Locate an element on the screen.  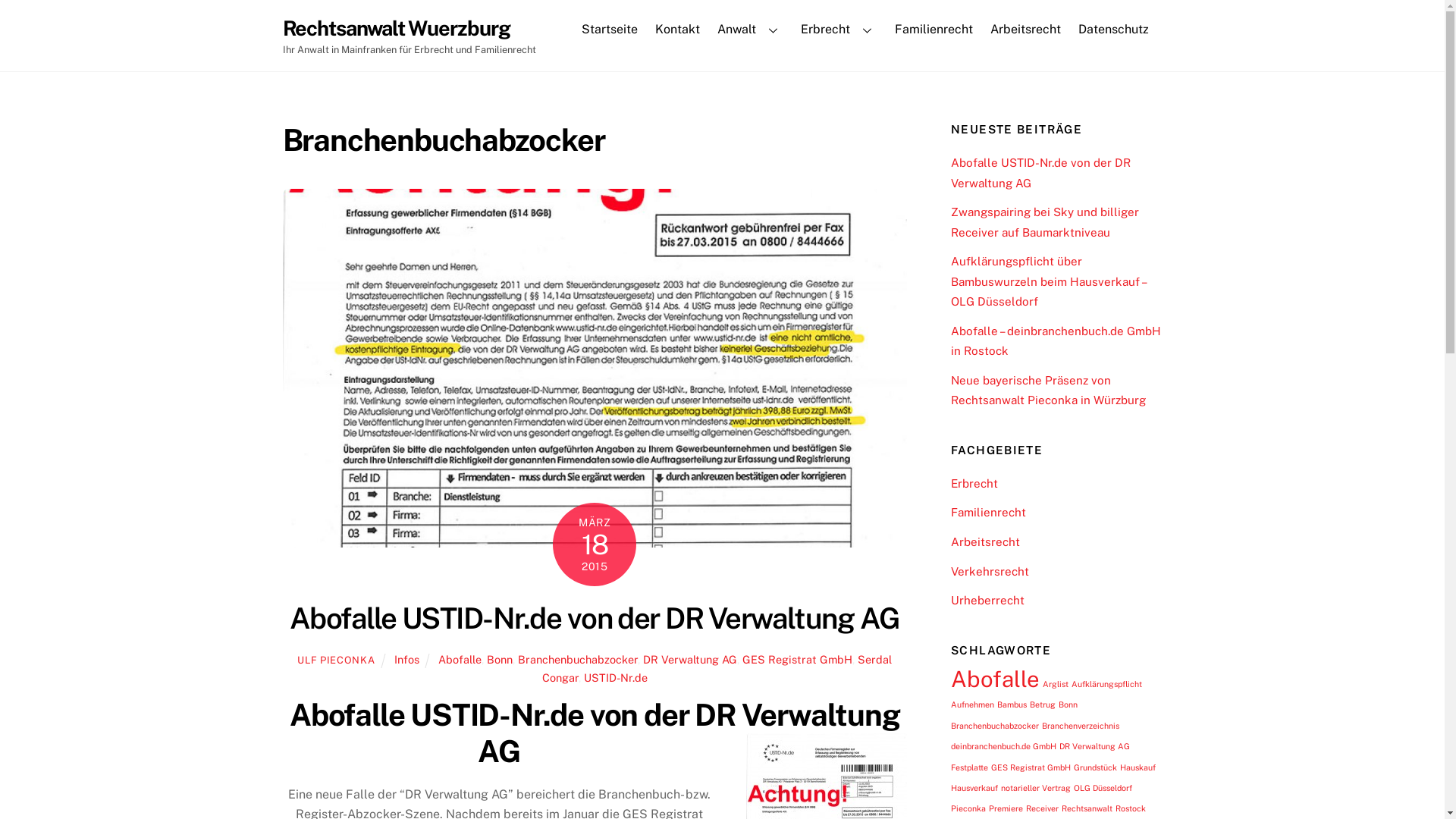
'GES Registrat GmbH' is located at coordinates (796, 658).